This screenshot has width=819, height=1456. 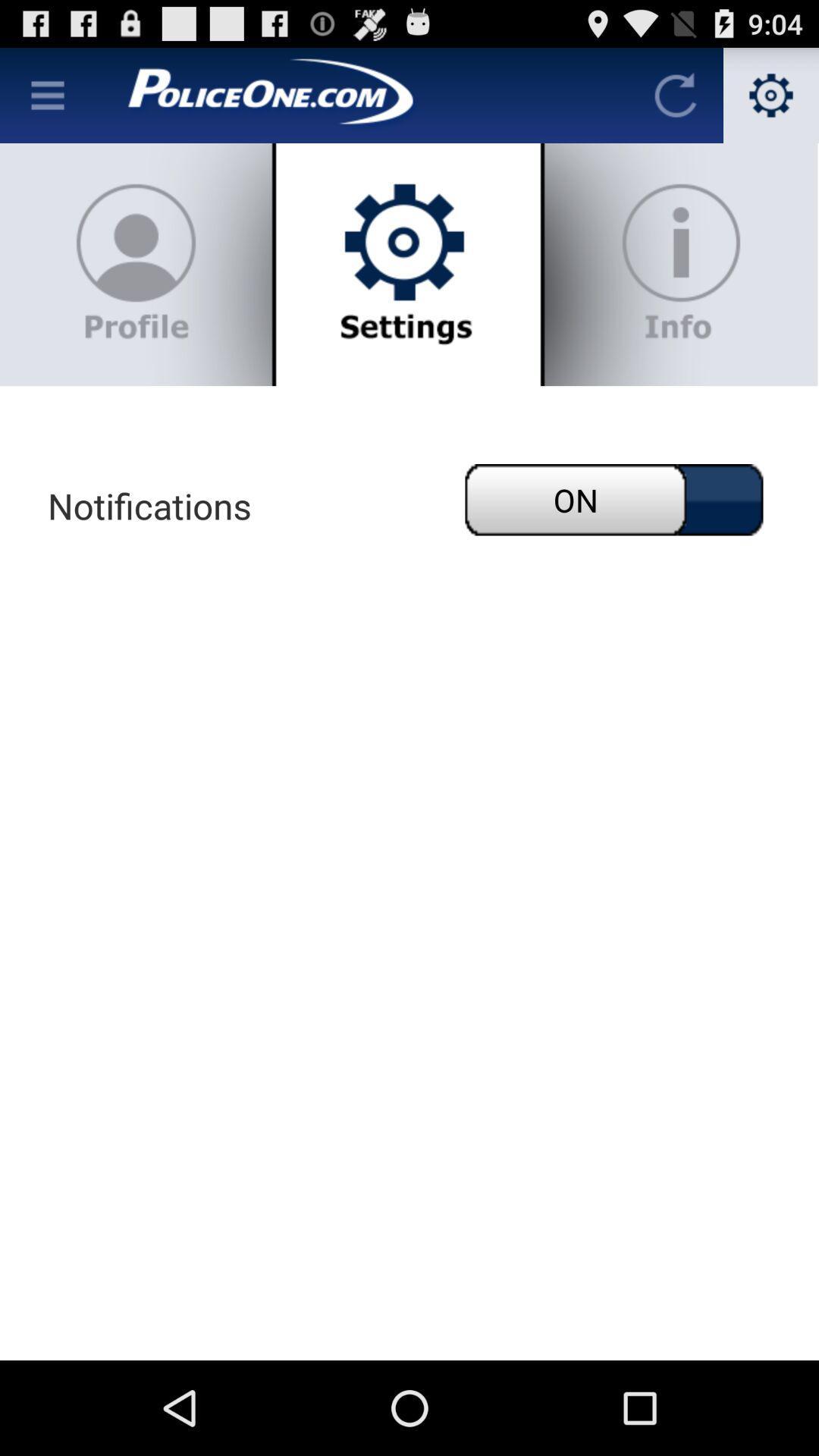 I want to click on the refresh icon, so click(x=675, y=101).